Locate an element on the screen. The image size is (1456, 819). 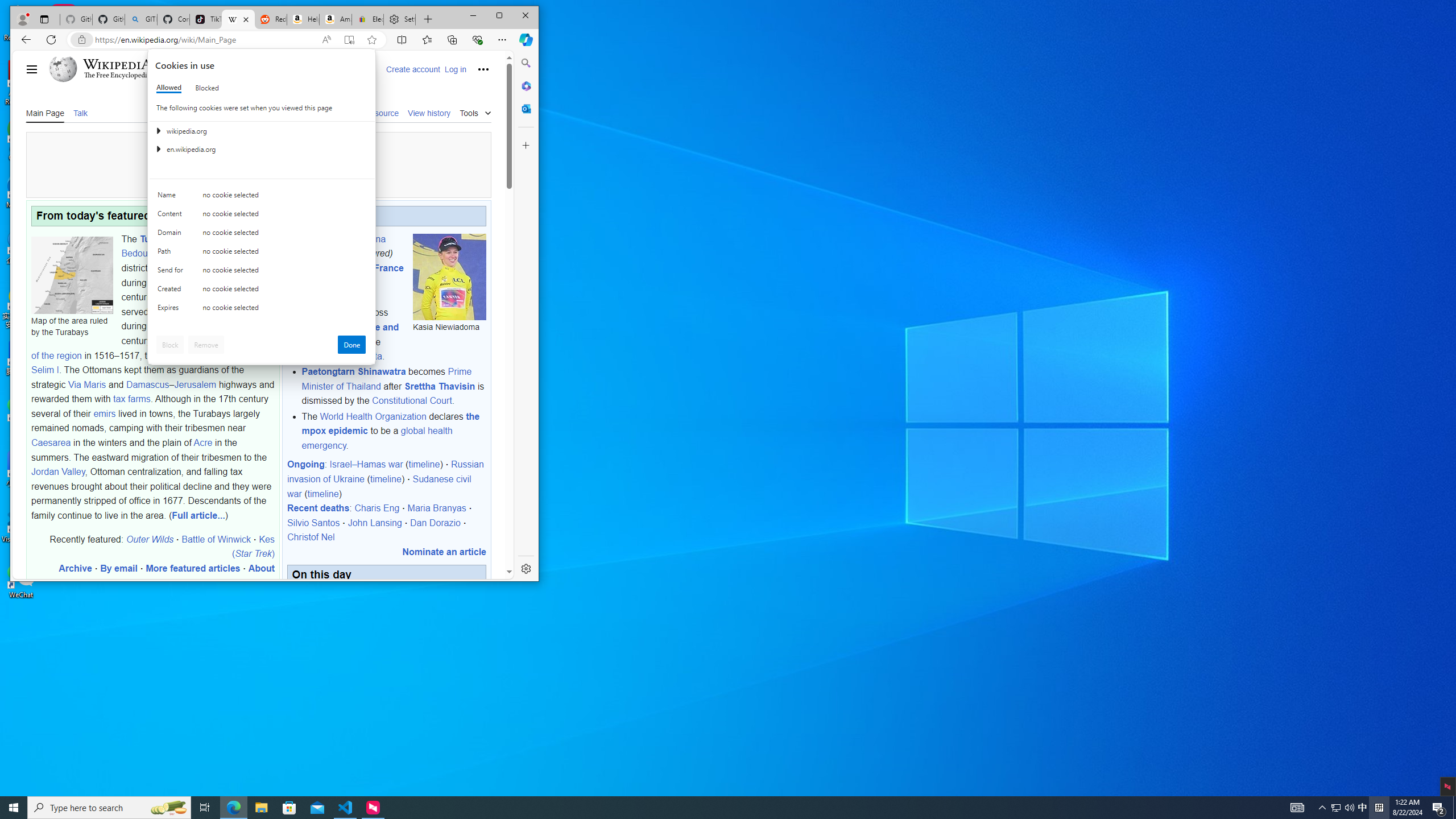
'Notification Chevron' is located at coordinates (1335, 806).